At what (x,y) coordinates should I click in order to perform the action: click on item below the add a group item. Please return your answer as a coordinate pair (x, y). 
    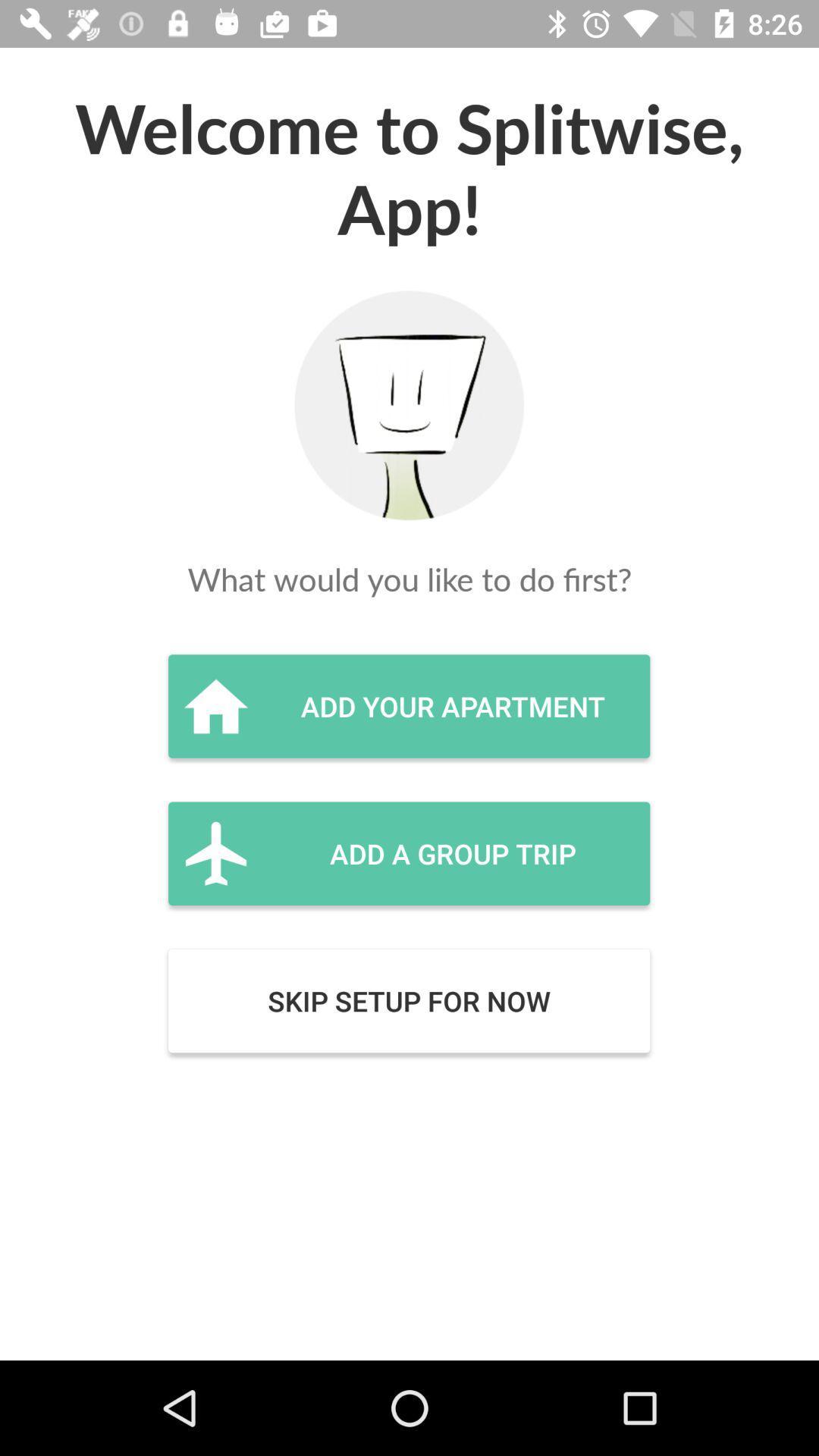
    Looking at the image, I should click on (408, 1001).